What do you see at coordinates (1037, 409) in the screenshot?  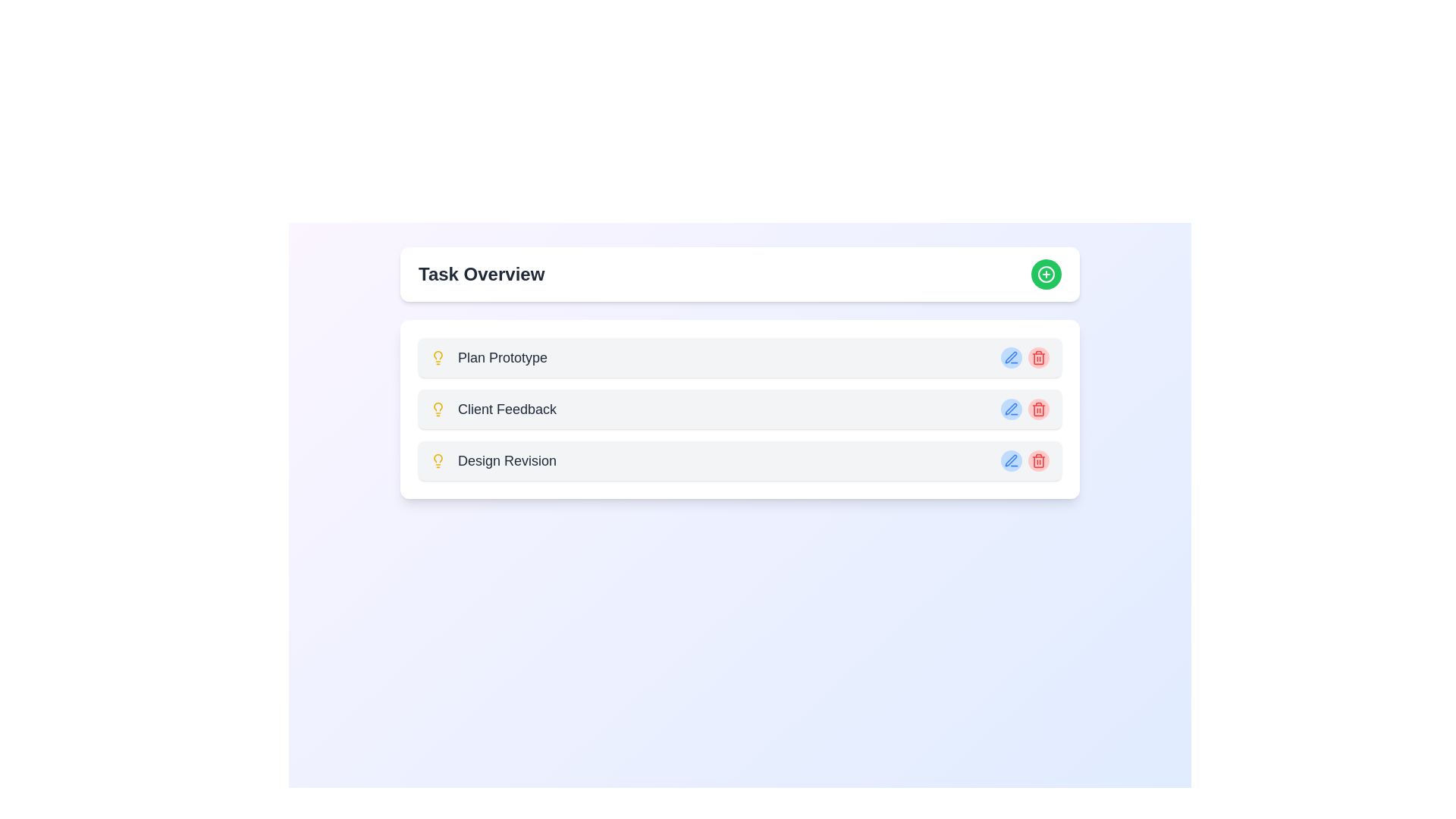 I see `the trash can icon, which is a red-colored rounded button symbolizing deletion, located to the right side of the 'Client Feedback' task item` at bounding box center [1037, 409].